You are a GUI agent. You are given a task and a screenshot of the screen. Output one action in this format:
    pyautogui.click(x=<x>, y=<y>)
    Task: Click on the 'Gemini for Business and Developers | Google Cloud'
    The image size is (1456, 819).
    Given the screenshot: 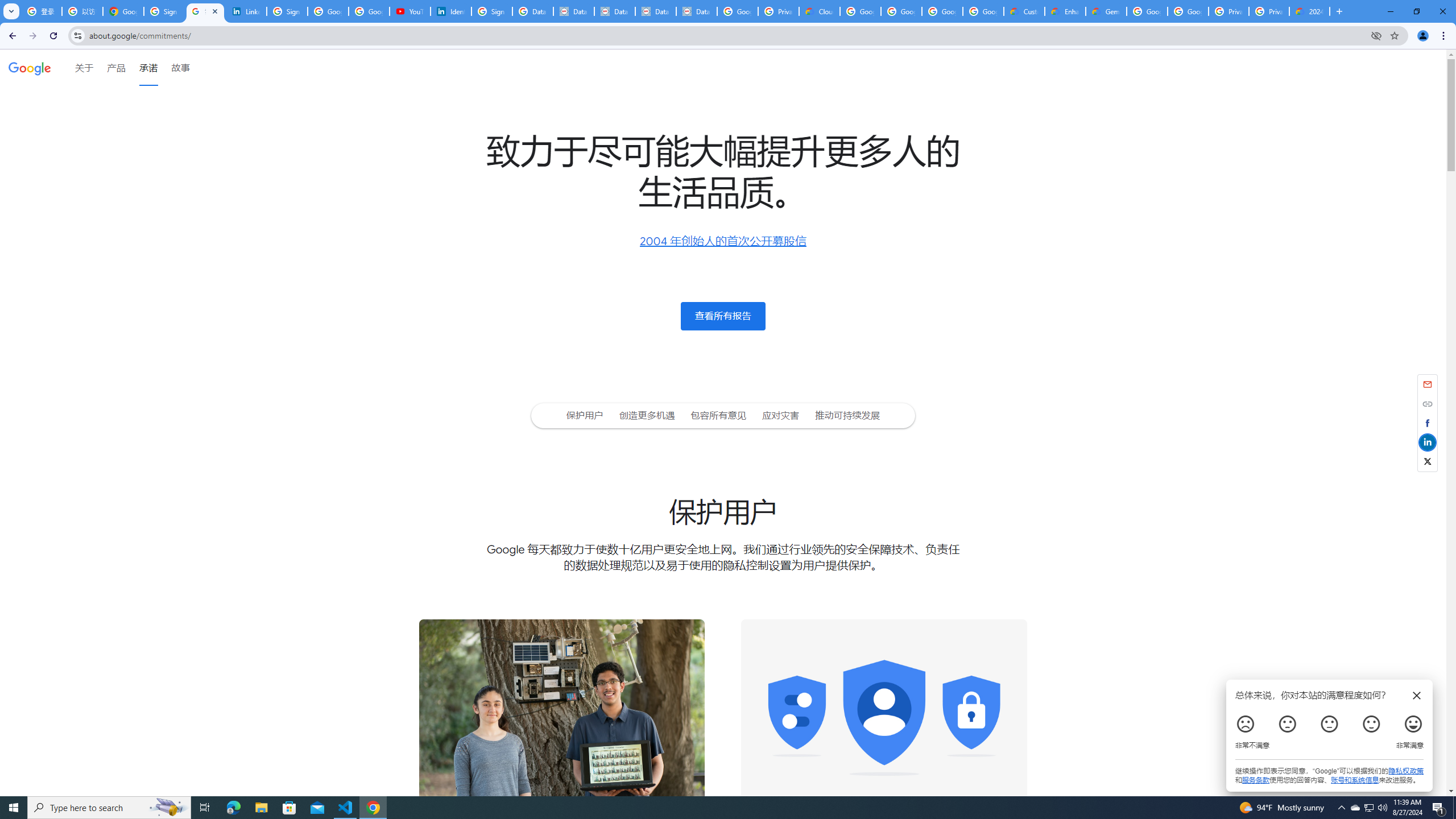 What is the action you would take?
    pyautogui.click(x=1106, y=11)
    